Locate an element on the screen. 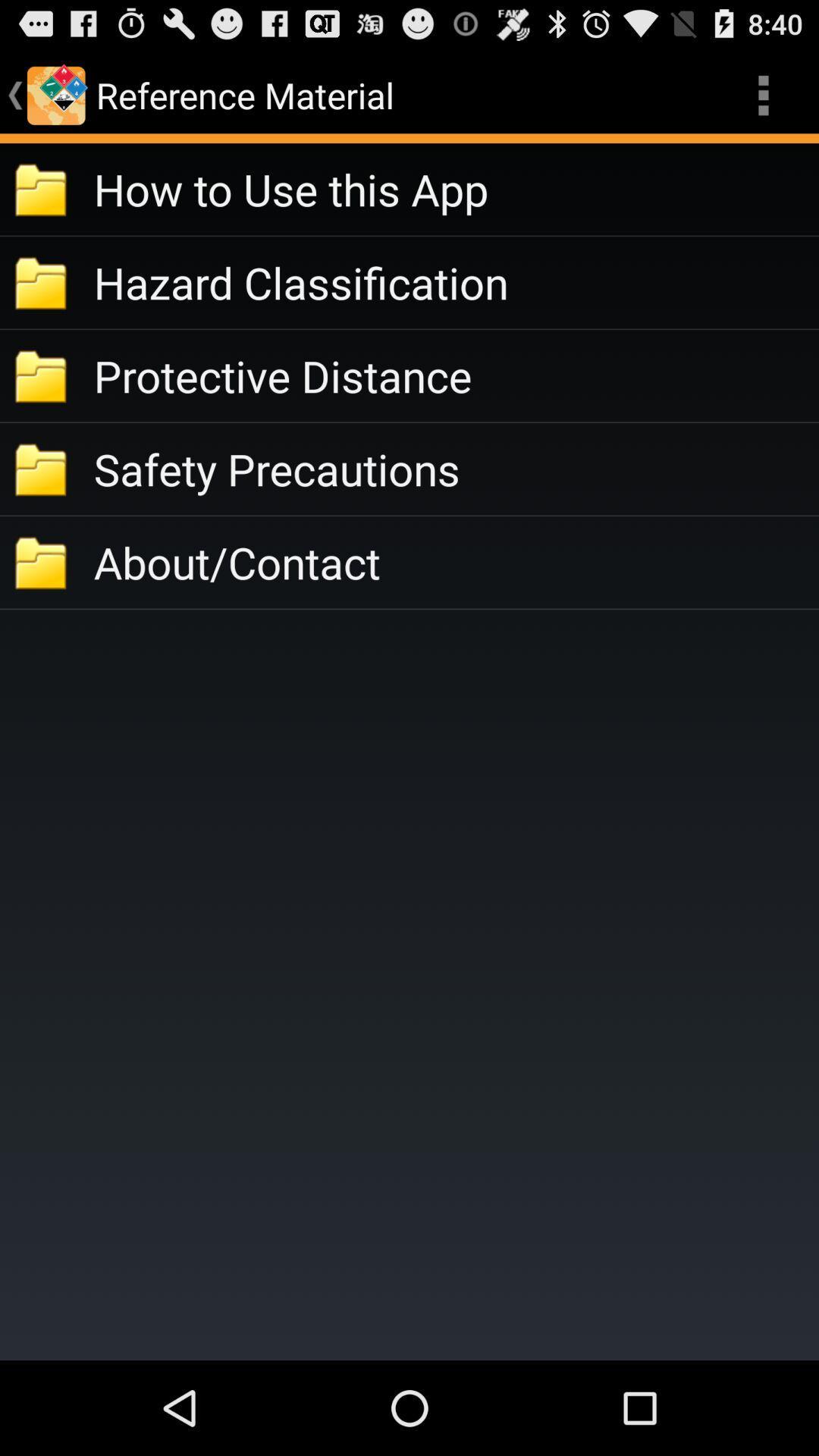  third folder symbol from top is located at coordinates (42, 375).